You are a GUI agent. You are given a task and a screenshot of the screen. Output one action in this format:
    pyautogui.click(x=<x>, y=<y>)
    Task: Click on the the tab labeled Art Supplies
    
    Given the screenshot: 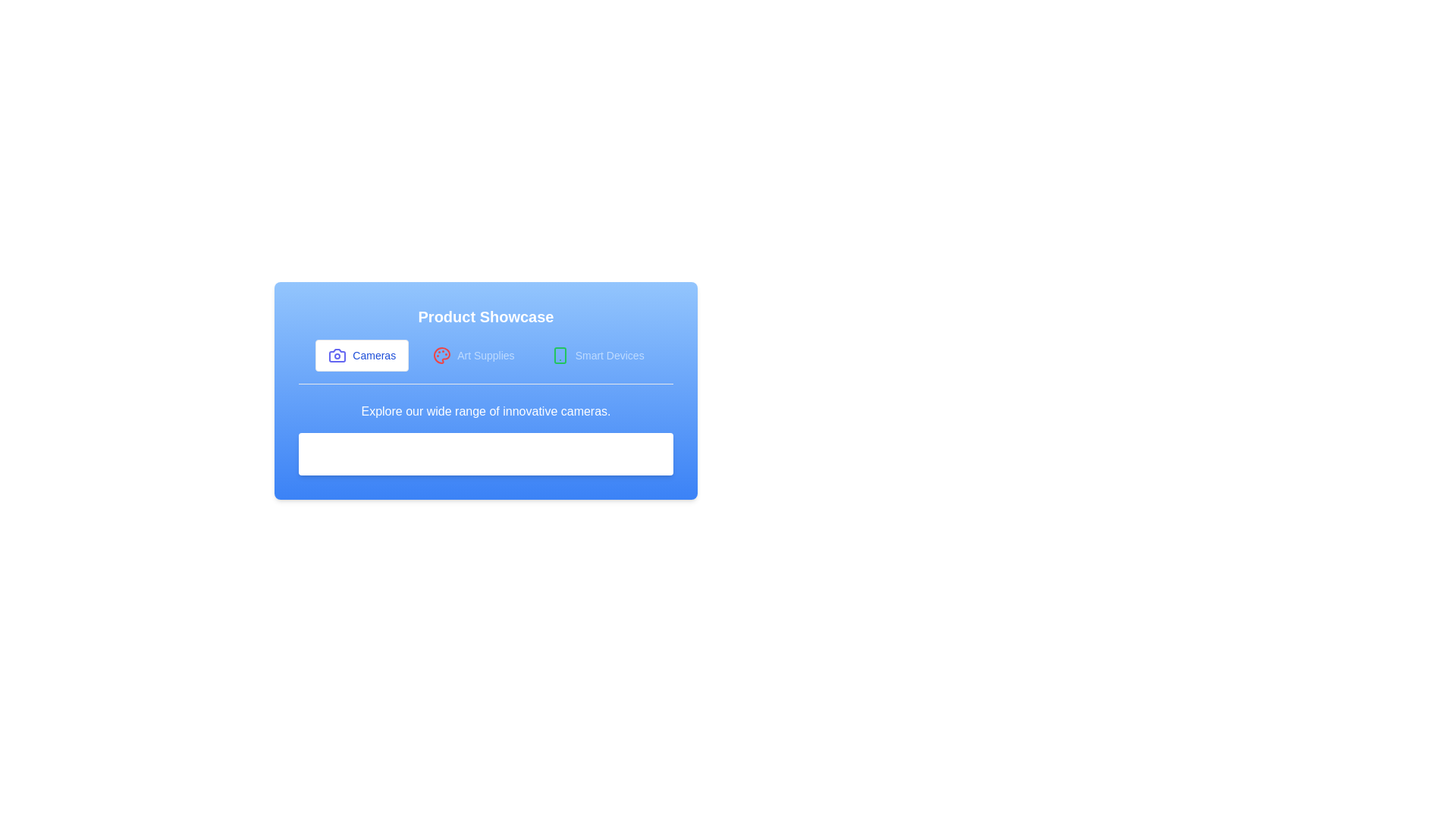 What is the action you would take?
    pyautogui.click(x=472, y=356)
    